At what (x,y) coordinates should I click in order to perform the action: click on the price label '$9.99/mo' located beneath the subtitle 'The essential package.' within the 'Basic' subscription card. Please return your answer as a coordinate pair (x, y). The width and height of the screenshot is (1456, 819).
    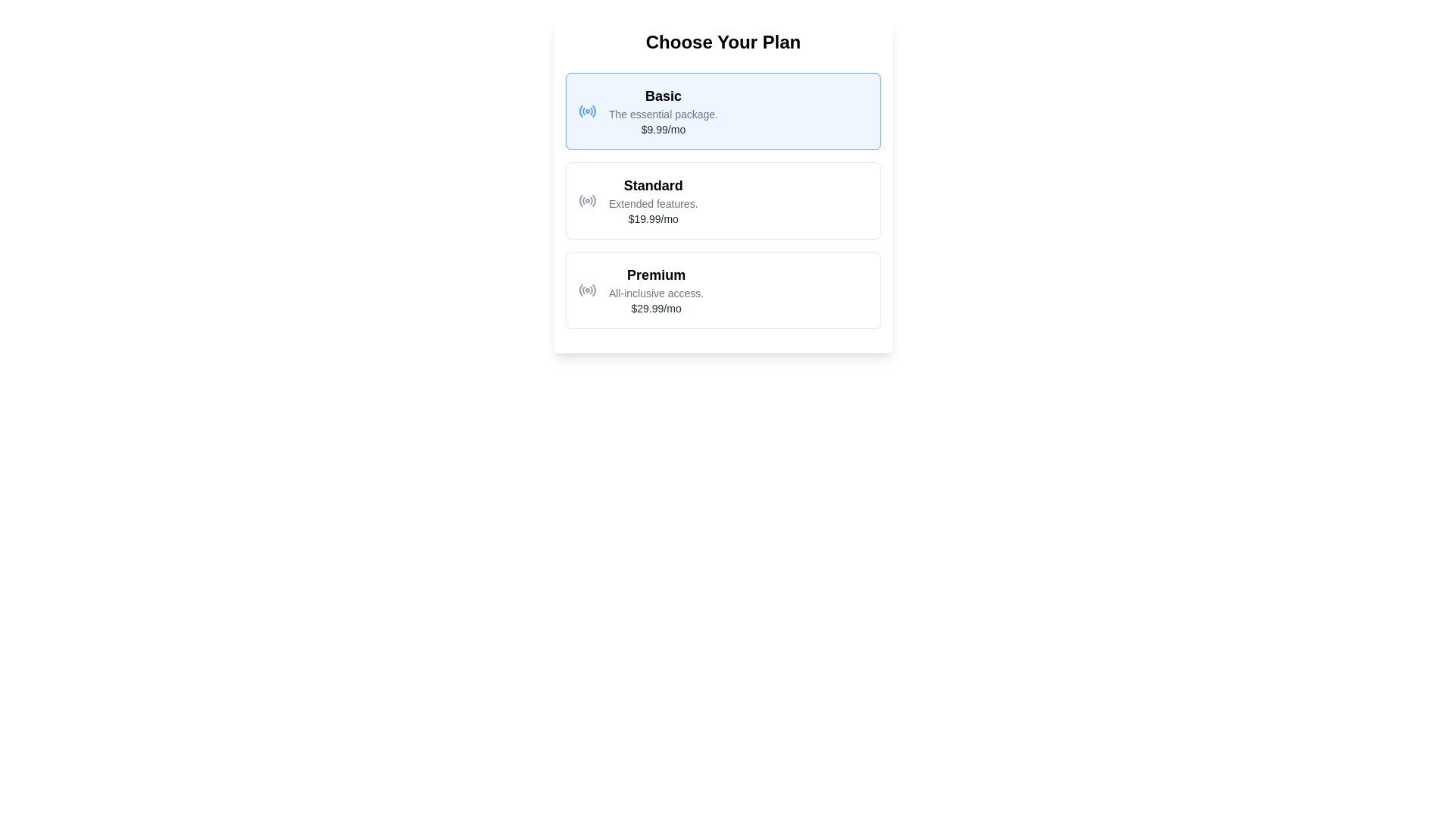
    Looking at the image, I should click on (663, 128).